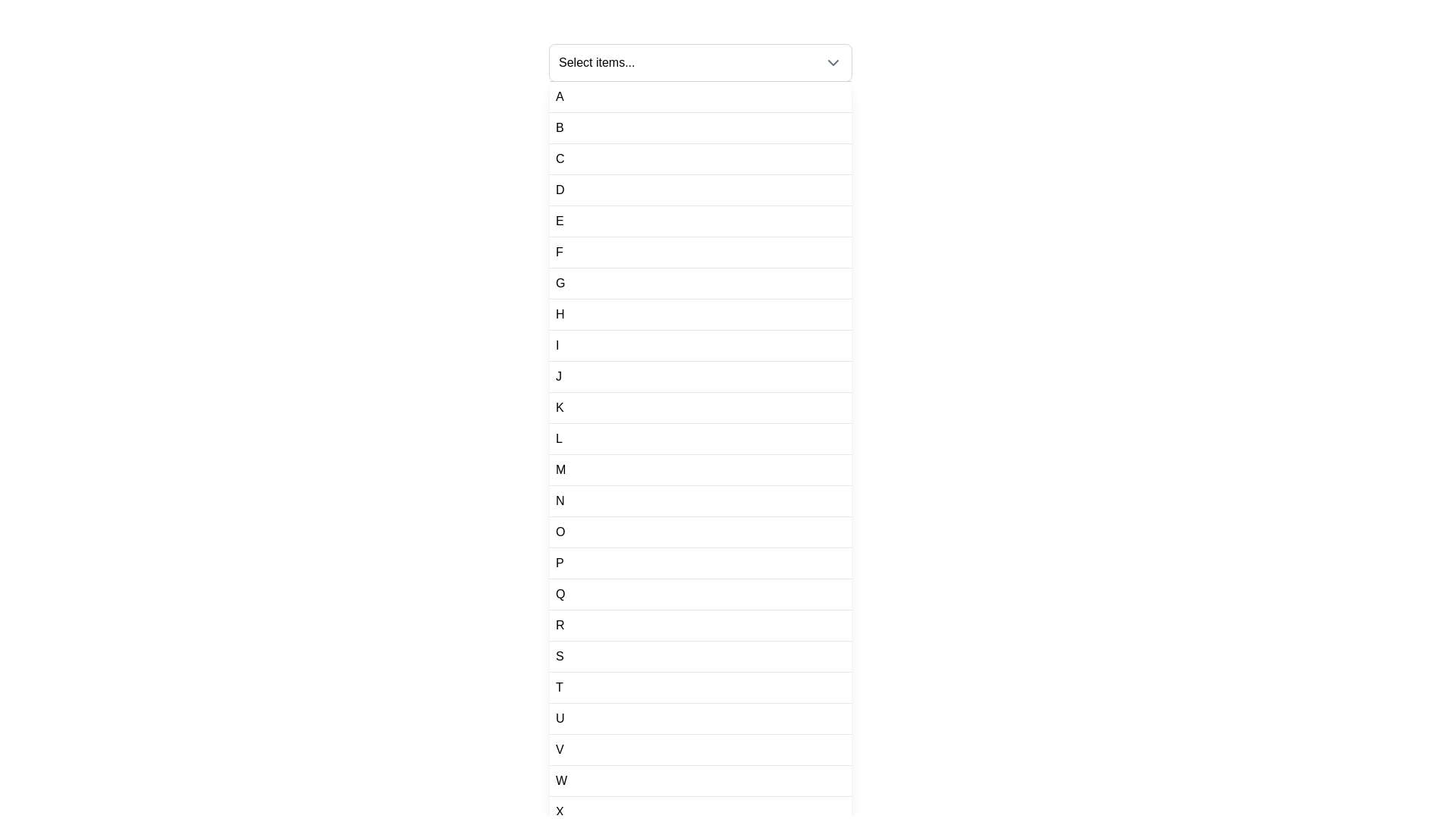 Image resolution: width=1456 pixels, height=819 pixels. What do you see at coordinates (700, 284) in the screenshot?
I see `the list item containing the letter 'G' in the dropdown menu` at bounding box center [700, 284].